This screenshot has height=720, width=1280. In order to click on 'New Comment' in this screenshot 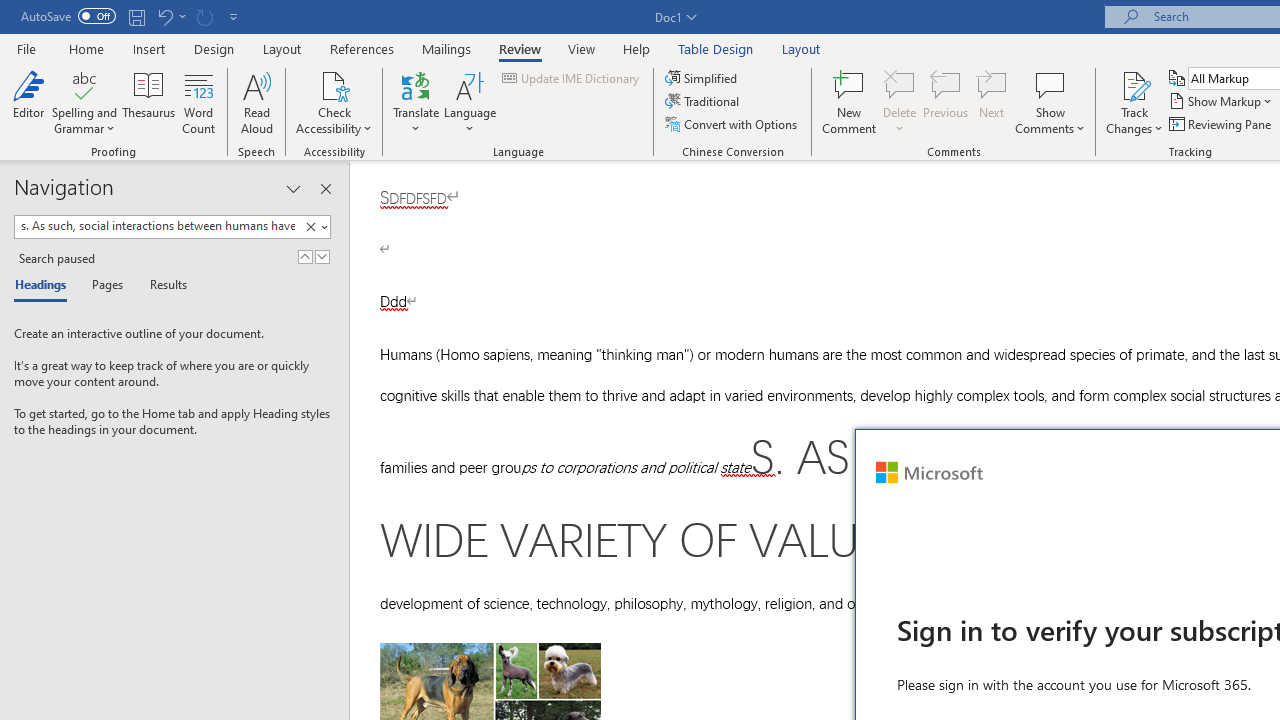, I will do `click(849, 103)`.